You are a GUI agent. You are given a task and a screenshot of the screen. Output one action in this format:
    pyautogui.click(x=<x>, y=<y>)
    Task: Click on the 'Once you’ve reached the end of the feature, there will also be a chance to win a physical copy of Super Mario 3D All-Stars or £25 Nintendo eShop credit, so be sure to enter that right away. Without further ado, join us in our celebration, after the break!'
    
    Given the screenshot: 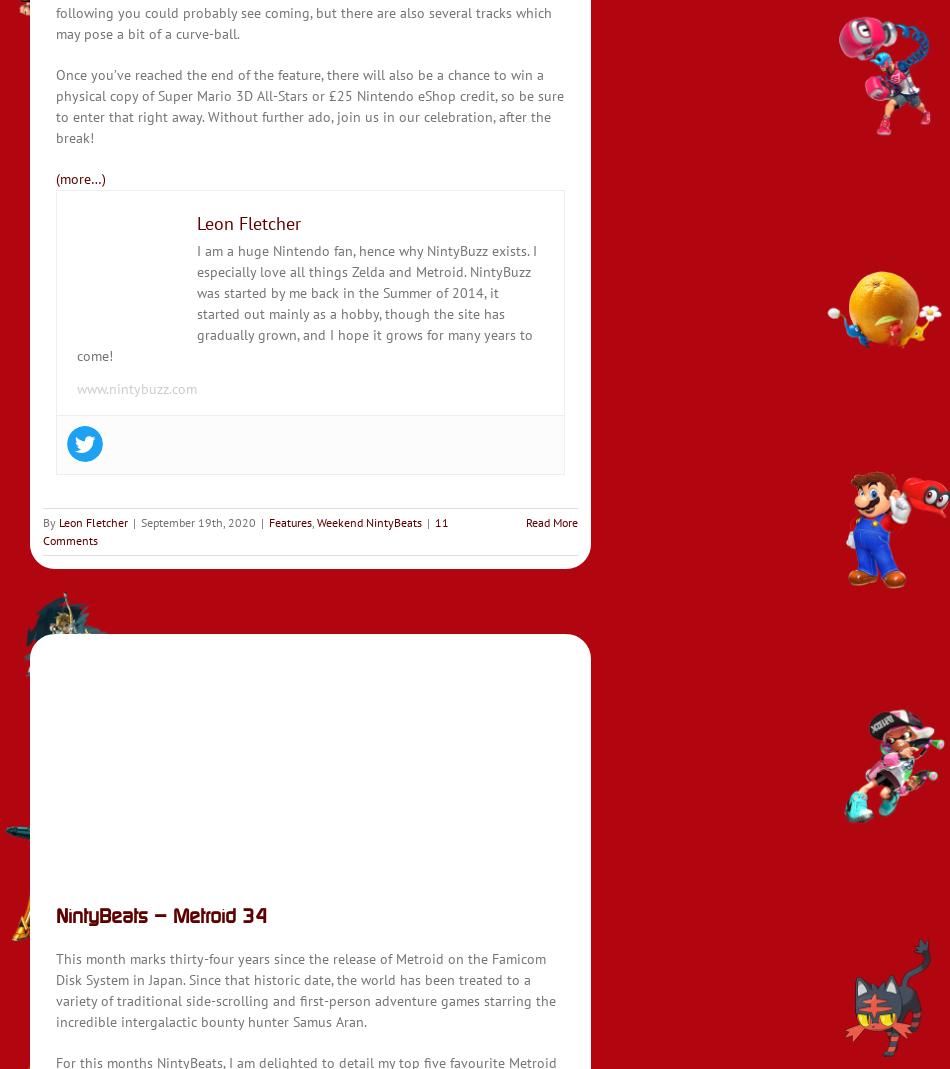 What is the action you would take?
    pyautogui.click(x=308, y=105)
    